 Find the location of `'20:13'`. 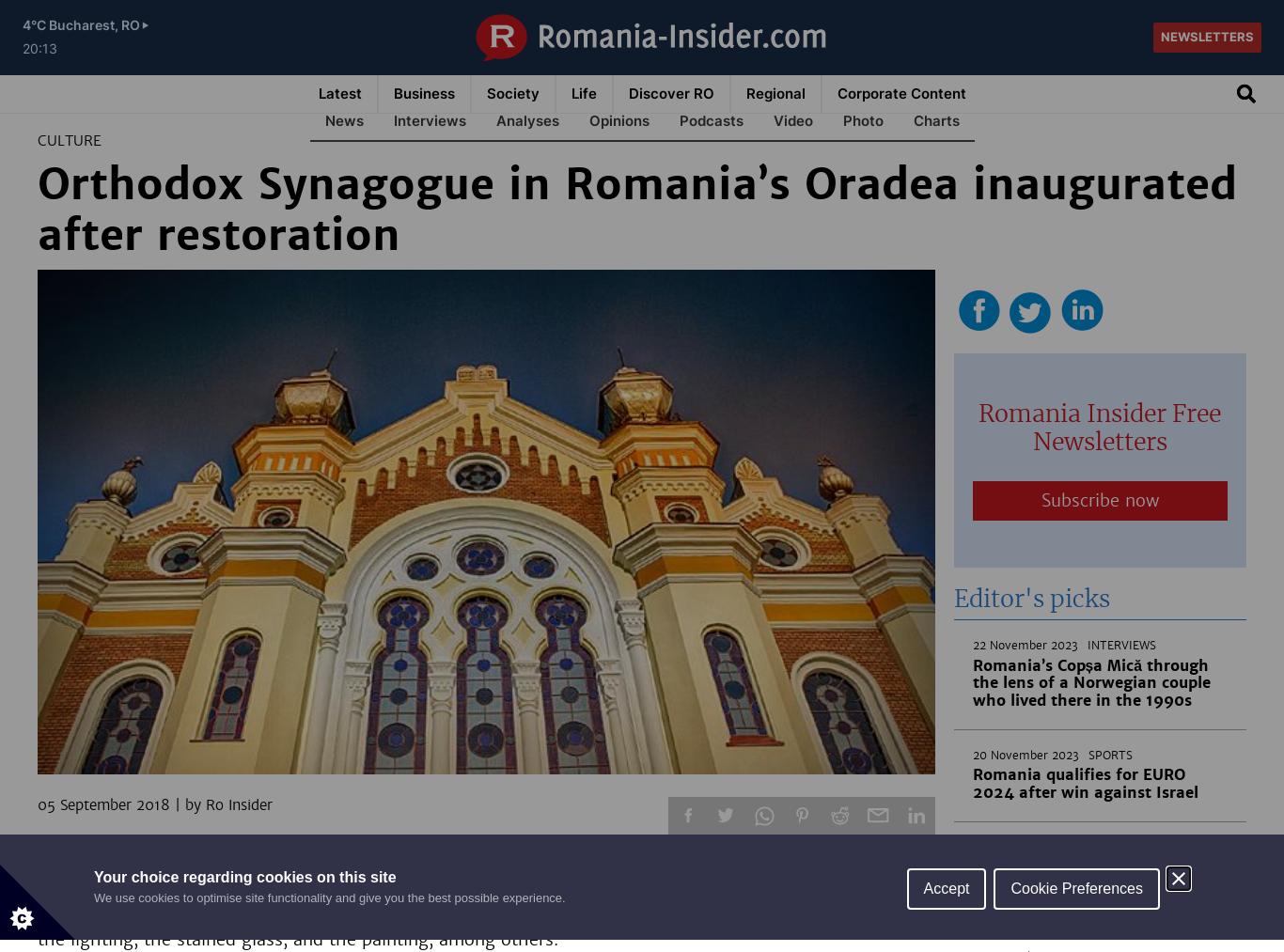

'20:13' is located at coordinates (23, 47).